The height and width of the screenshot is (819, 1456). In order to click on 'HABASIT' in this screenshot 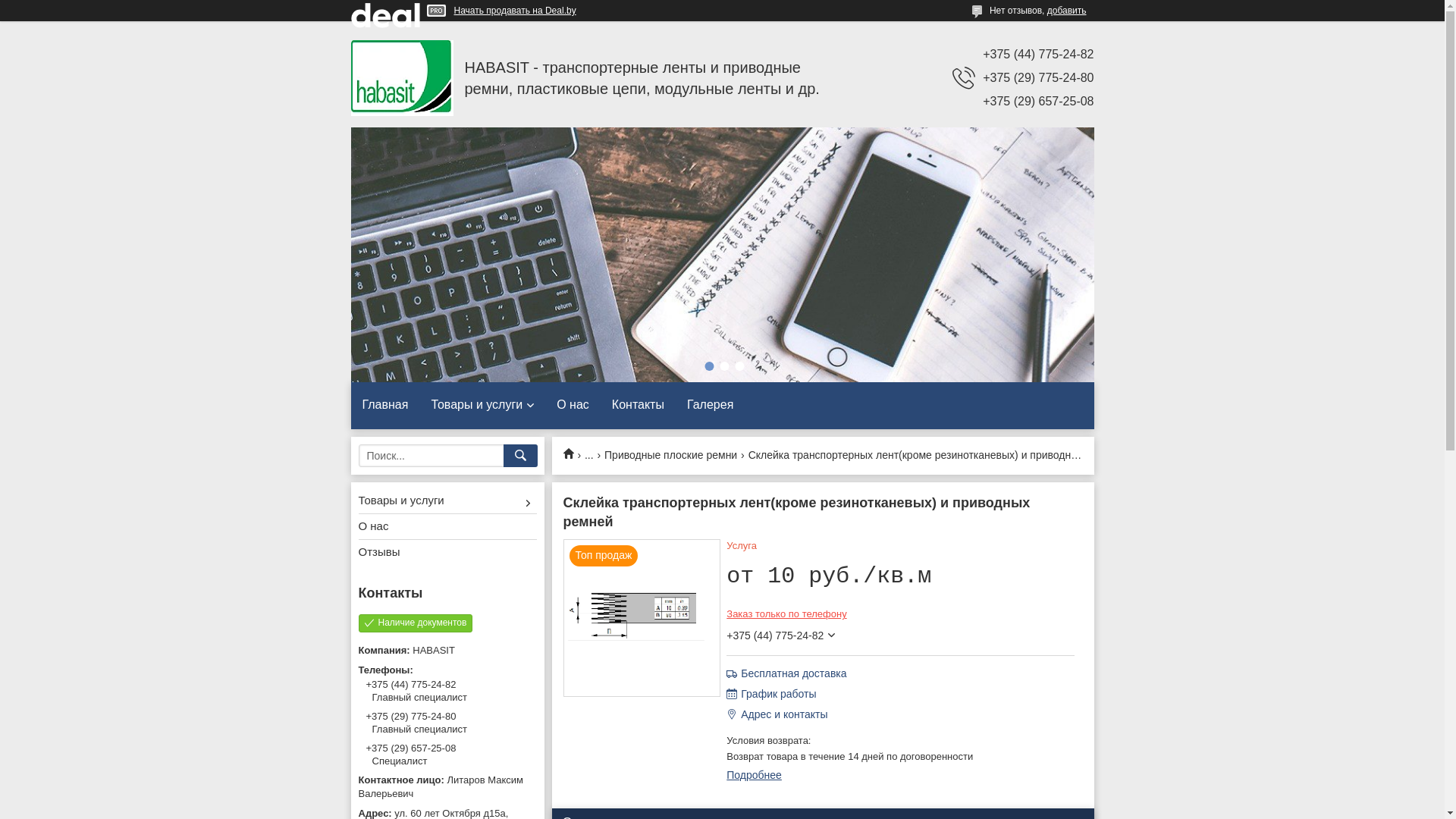, I will do `click(401, 78)`.